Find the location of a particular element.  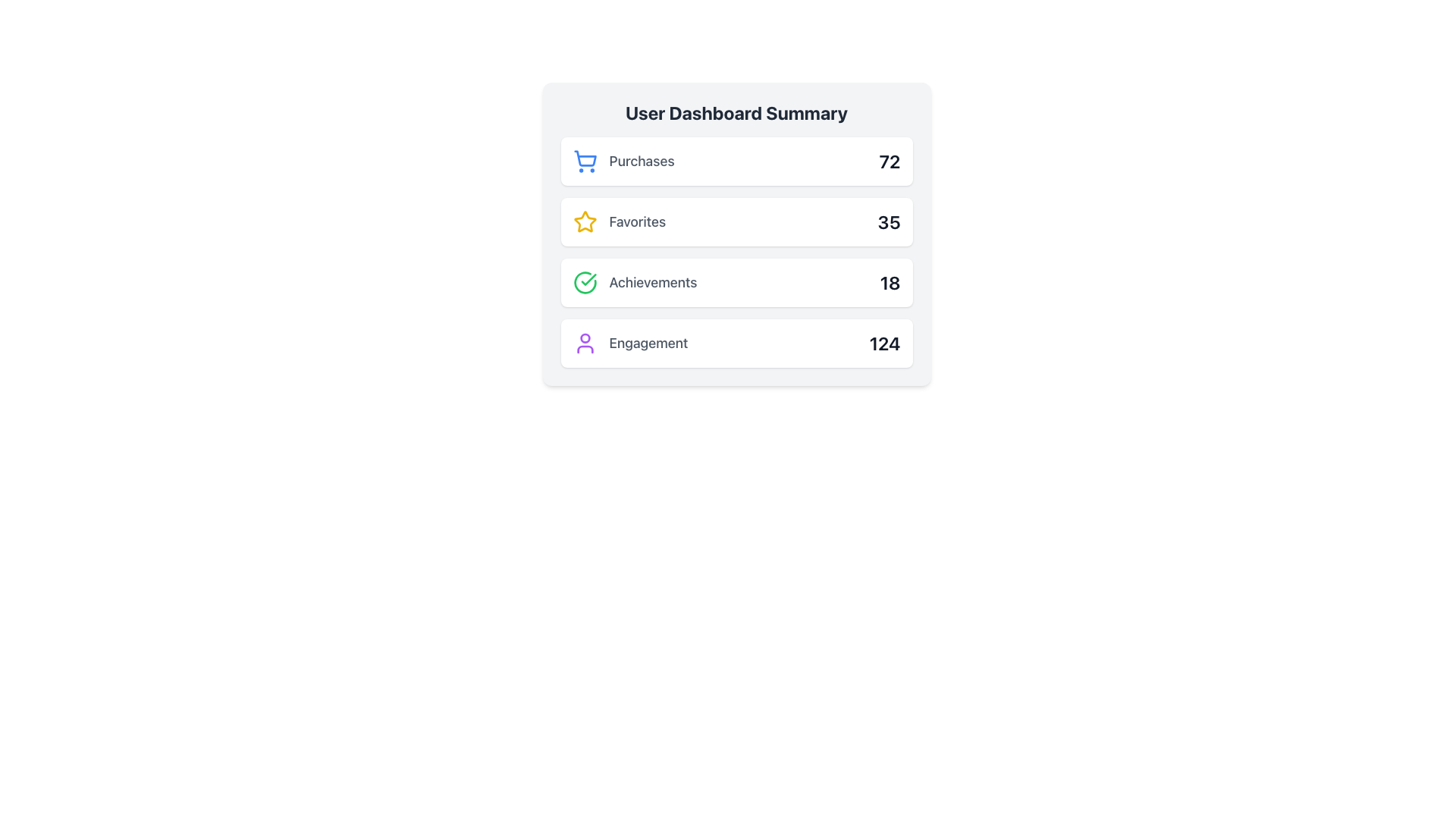

the 'Favorites' star icon located in the 'User Dashboard Summary' section, positioned to the left of the text 'Favorites' is located at coordinates (584, 221).